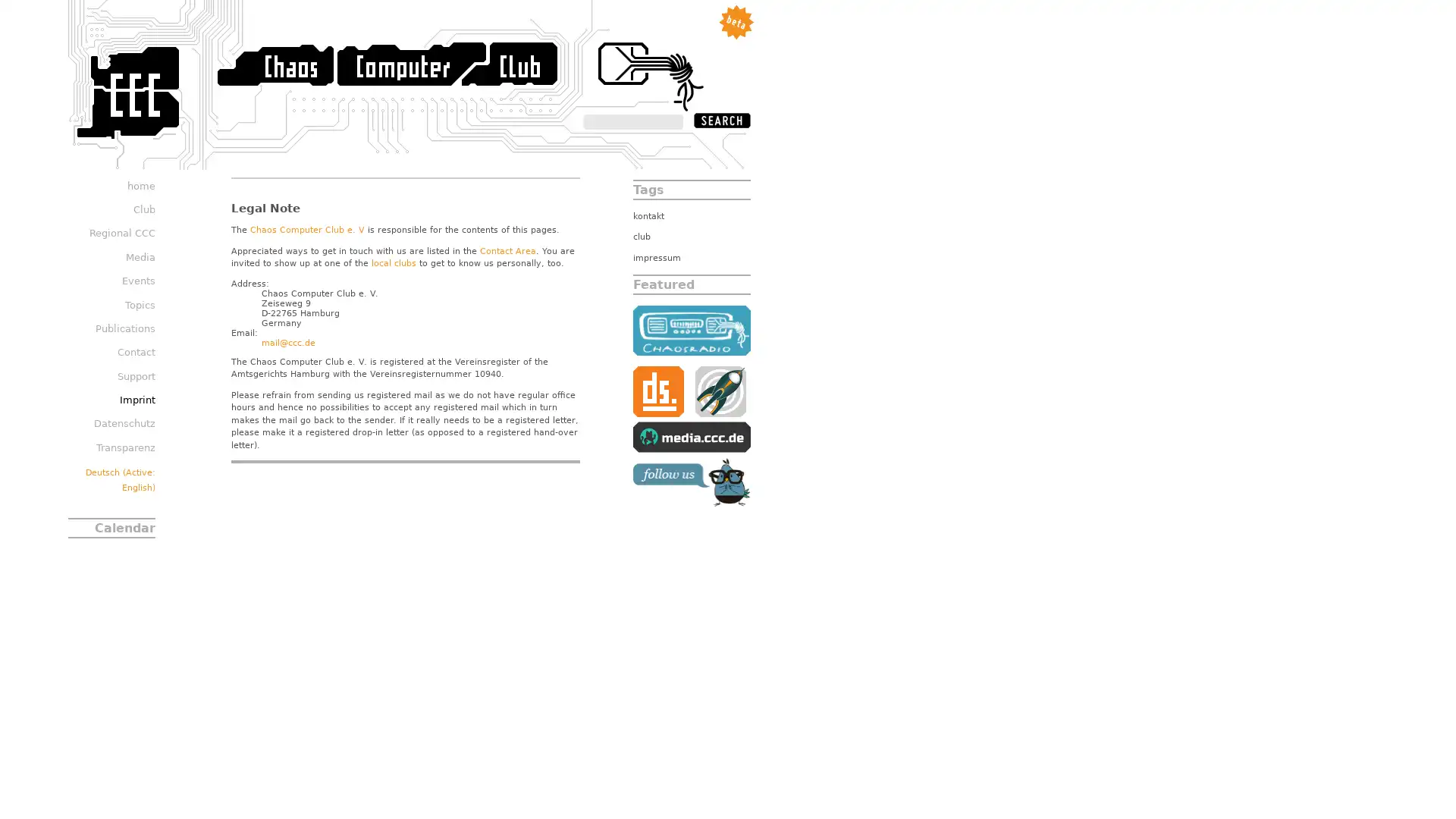 The image size is (1456, 819). I want to click on Submit, so click(721, 119).